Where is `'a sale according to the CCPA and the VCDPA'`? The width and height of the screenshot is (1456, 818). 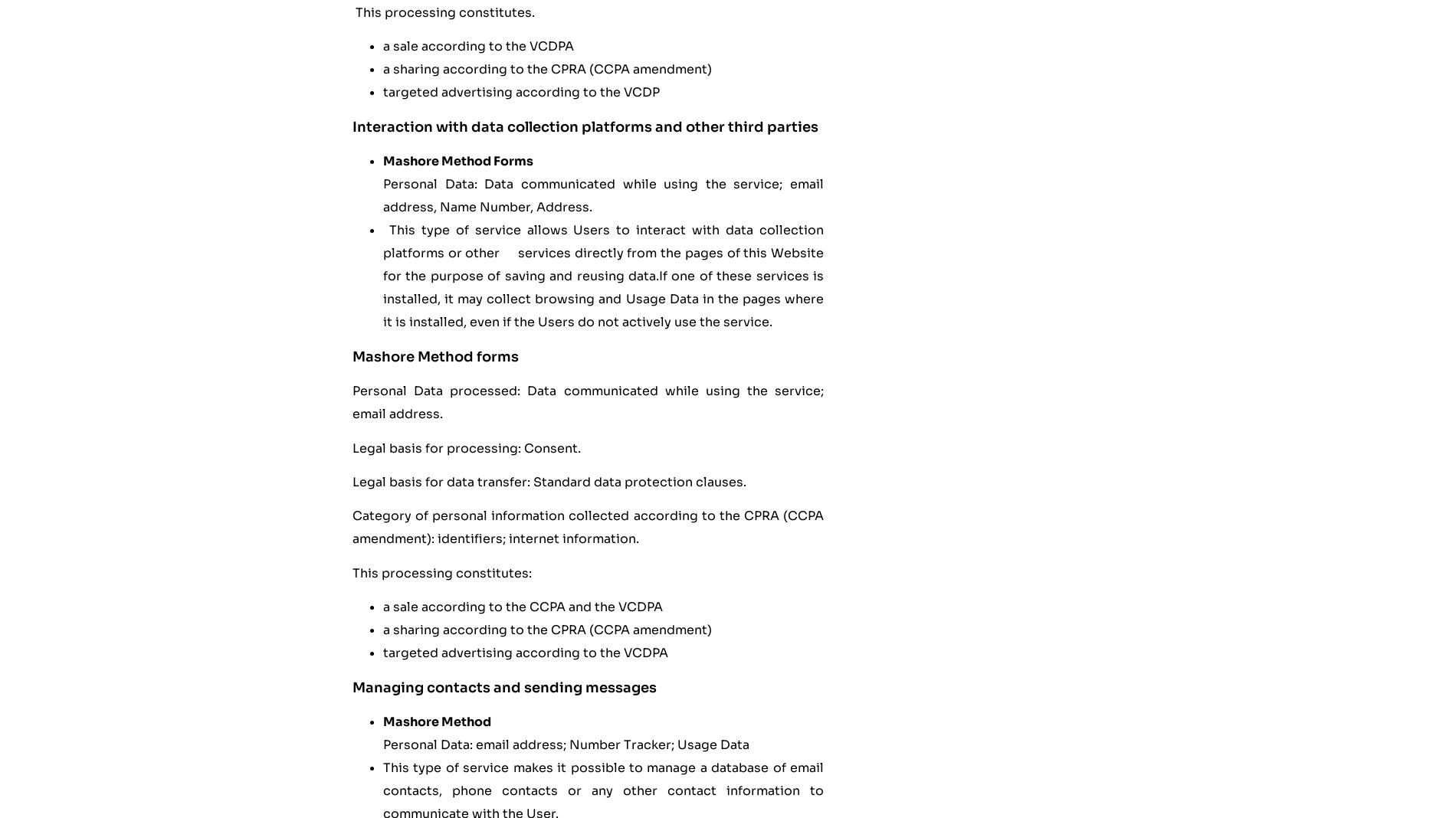 'a sale according to the CCPA and the VCDPA' is located at coordinates (523, 607).